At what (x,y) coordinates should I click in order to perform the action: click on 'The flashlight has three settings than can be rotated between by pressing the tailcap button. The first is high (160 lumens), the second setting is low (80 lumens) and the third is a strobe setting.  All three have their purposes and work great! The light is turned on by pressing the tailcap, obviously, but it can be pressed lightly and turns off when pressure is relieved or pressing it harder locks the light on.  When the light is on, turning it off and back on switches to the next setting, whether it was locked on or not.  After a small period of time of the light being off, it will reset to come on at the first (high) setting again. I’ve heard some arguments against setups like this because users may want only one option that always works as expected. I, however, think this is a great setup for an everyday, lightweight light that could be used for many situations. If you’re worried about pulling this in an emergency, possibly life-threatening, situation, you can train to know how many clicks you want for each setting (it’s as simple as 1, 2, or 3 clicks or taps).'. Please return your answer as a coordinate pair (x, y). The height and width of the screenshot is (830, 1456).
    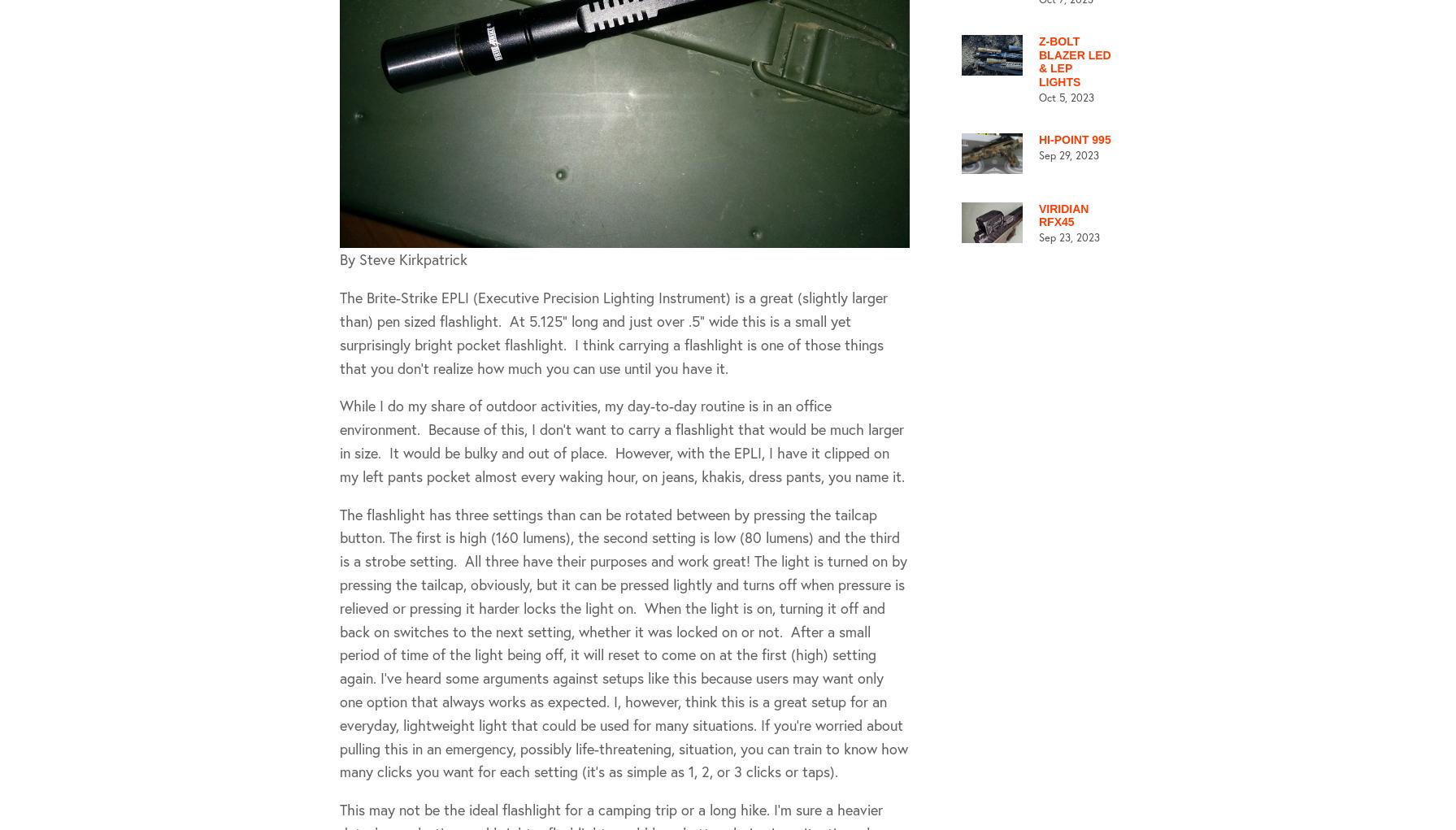
    Looking at the image, I should click on (623, 641).